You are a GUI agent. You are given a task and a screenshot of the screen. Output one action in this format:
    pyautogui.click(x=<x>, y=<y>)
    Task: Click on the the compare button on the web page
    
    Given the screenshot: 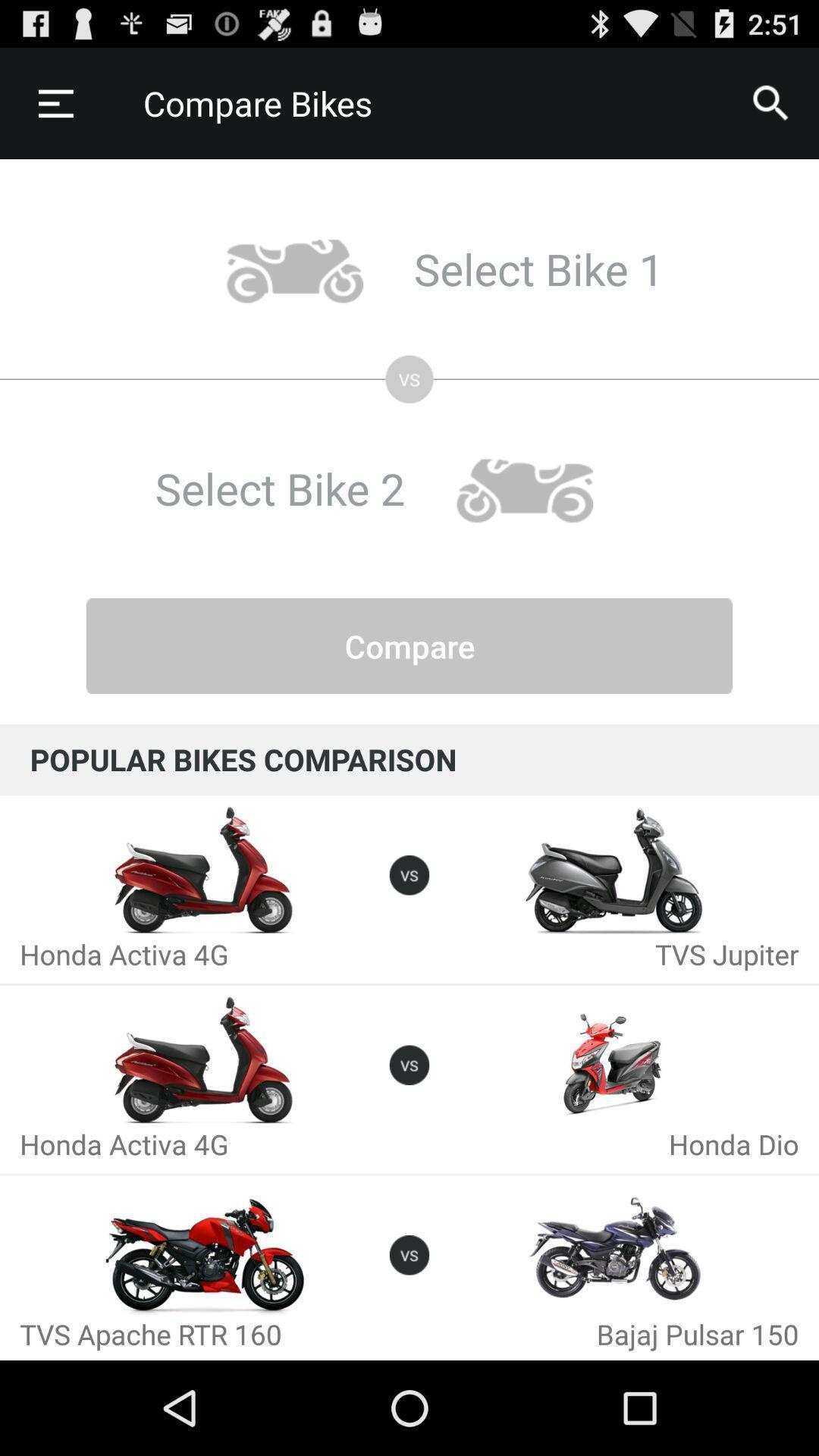 What is the action you would take?
    pyautogui.click(x=409, y=645)
    